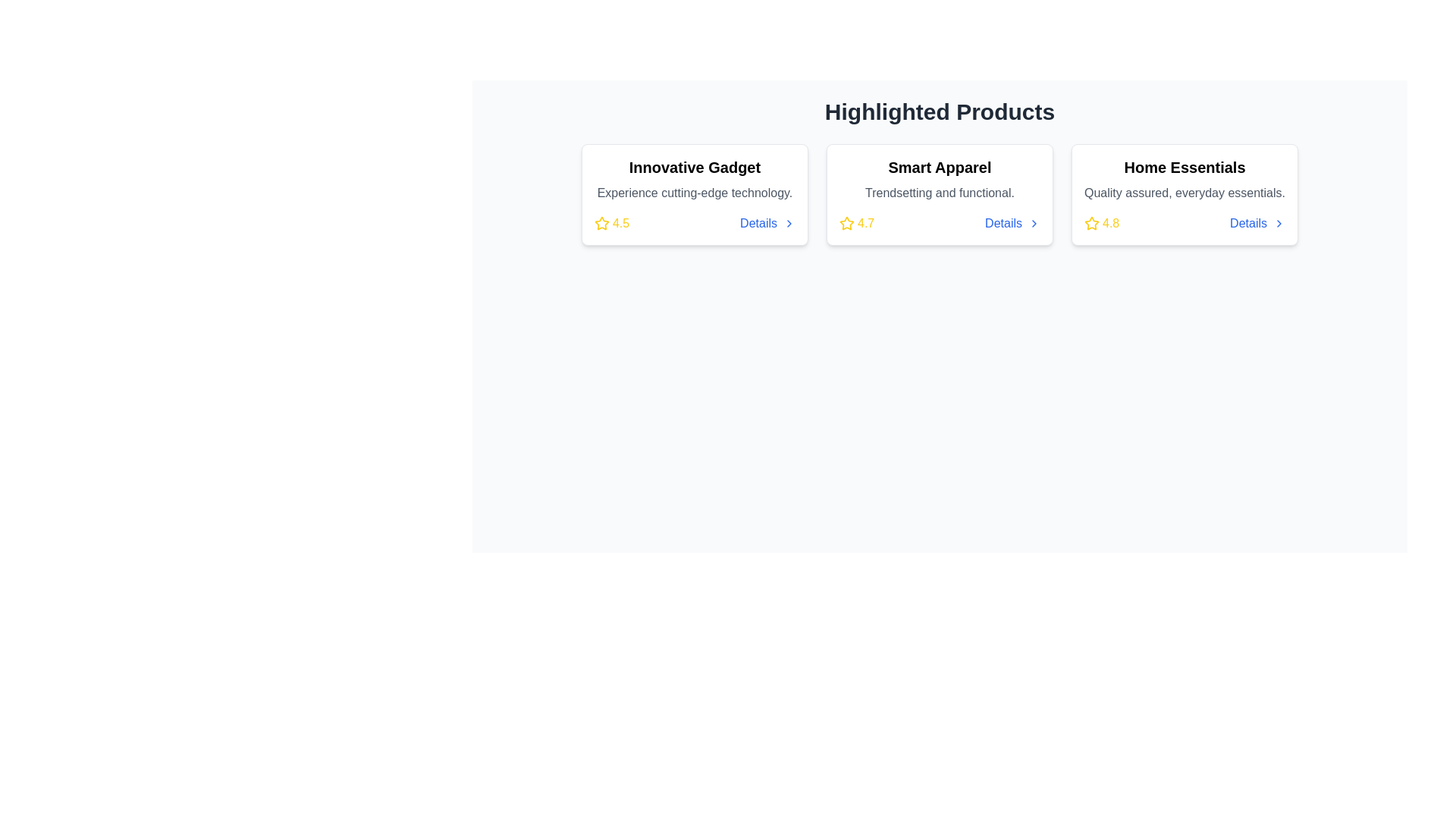  I want to click on the star icon representing ratings, which is located to the left of the numeric rating '4.8' in the 'Home Essentials' product card, so click(1092, 223).